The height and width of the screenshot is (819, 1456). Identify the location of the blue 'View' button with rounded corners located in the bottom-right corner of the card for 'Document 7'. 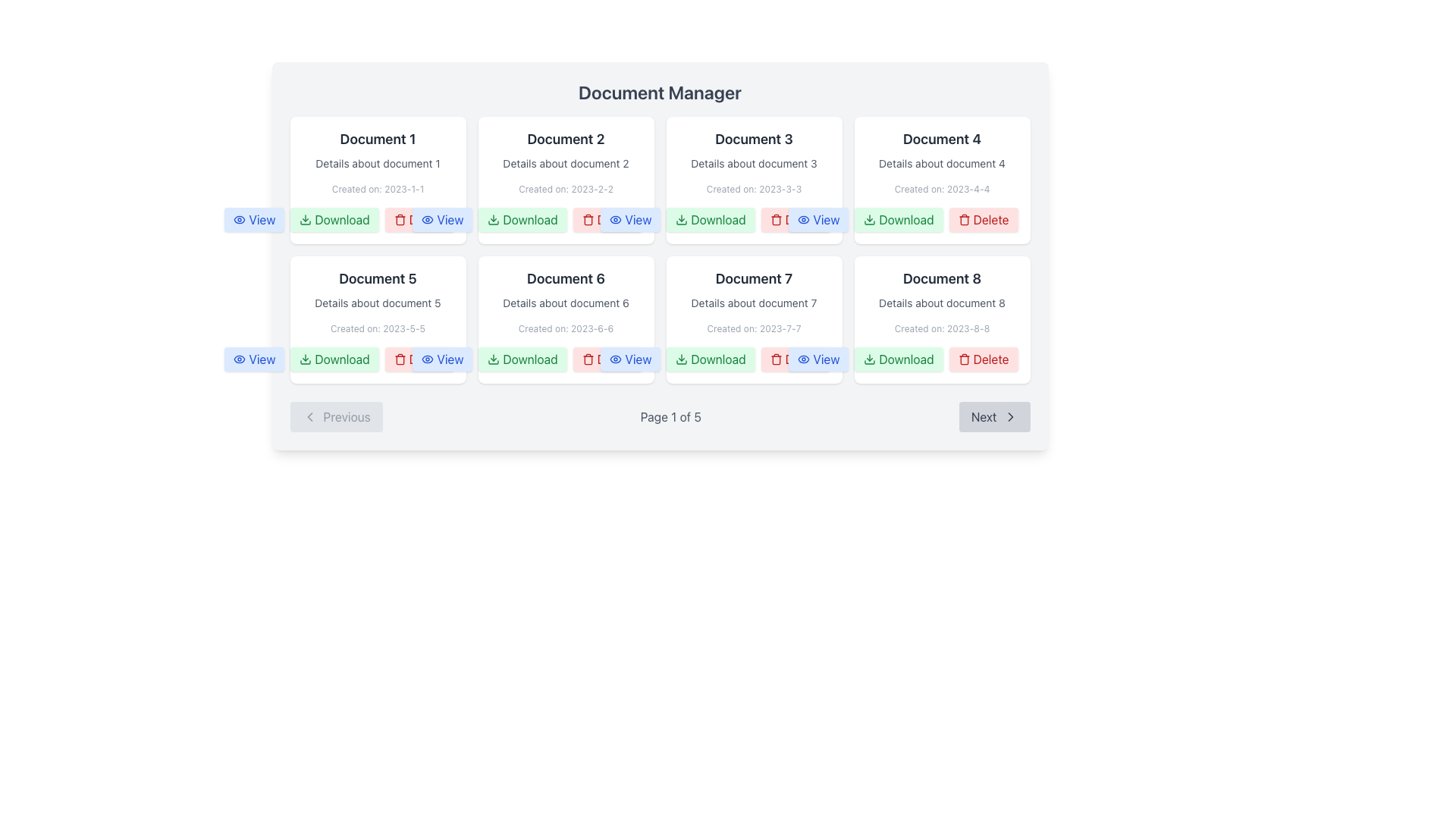
(818, 359).